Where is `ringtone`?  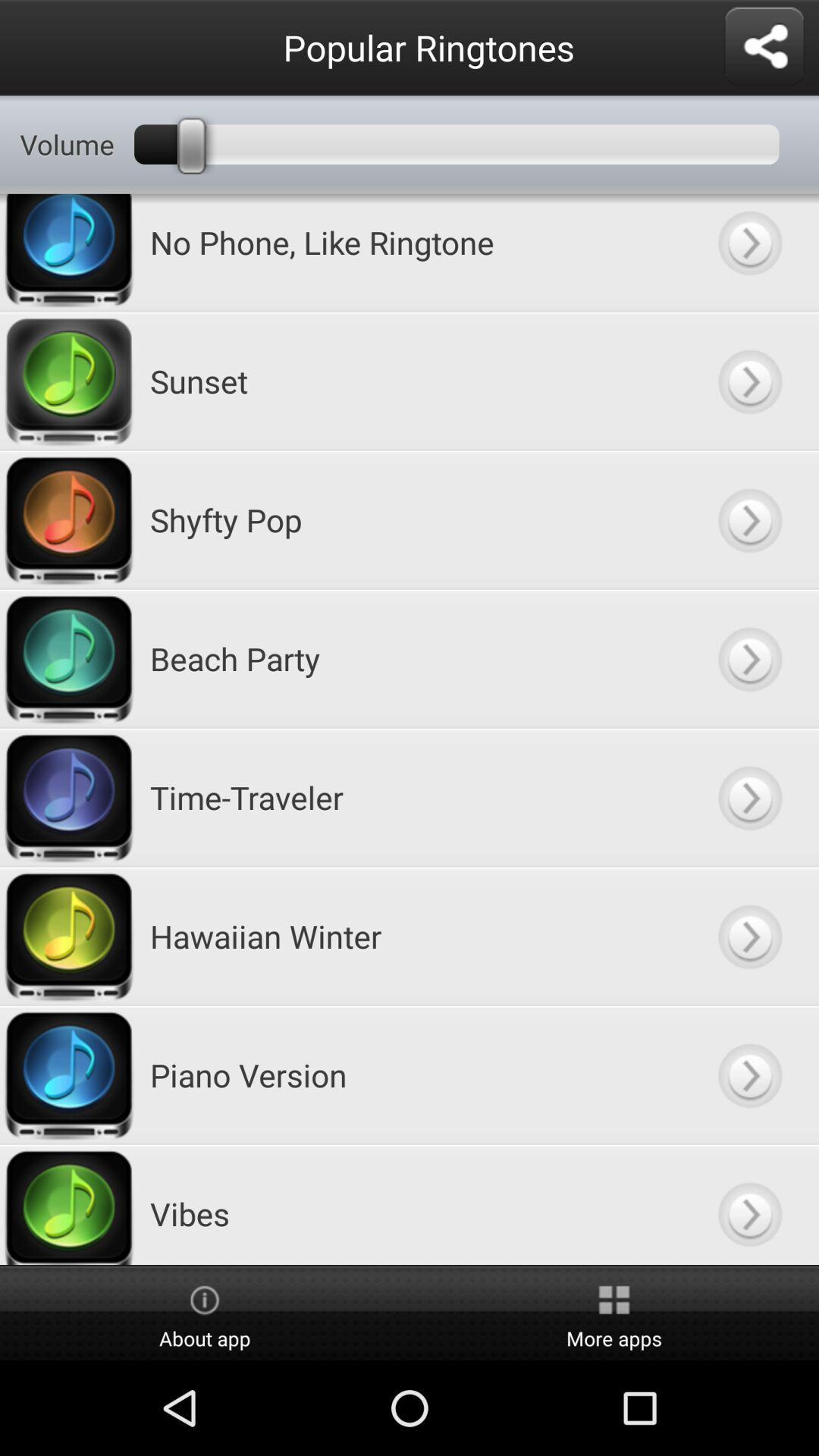 ringtone is located at coordinates (748, 381).